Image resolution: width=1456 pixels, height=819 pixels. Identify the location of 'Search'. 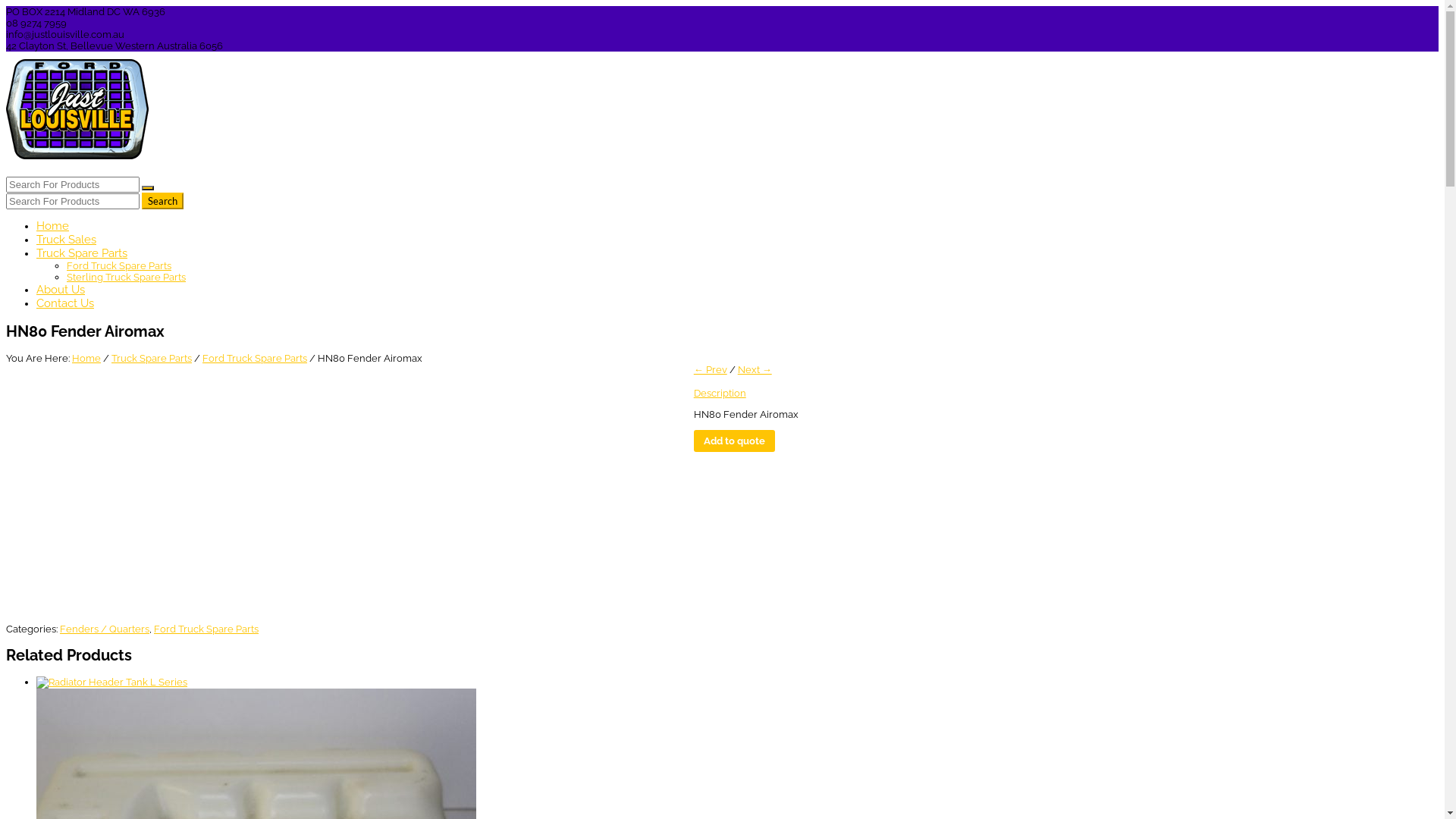
(162, 200).